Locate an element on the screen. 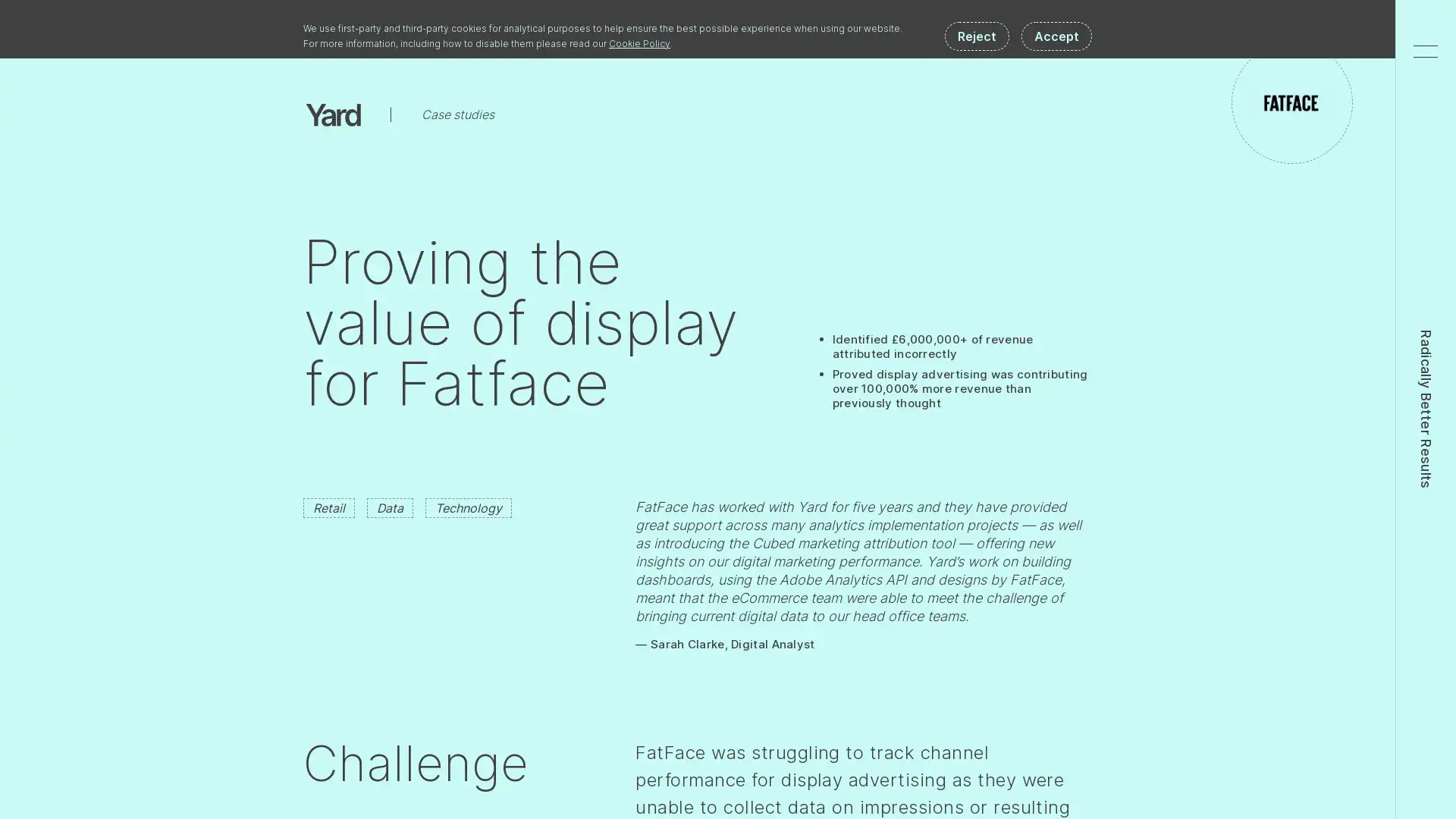 This screenshot has width=1456, height=819. Accept is located at coordinates (1056, 35).